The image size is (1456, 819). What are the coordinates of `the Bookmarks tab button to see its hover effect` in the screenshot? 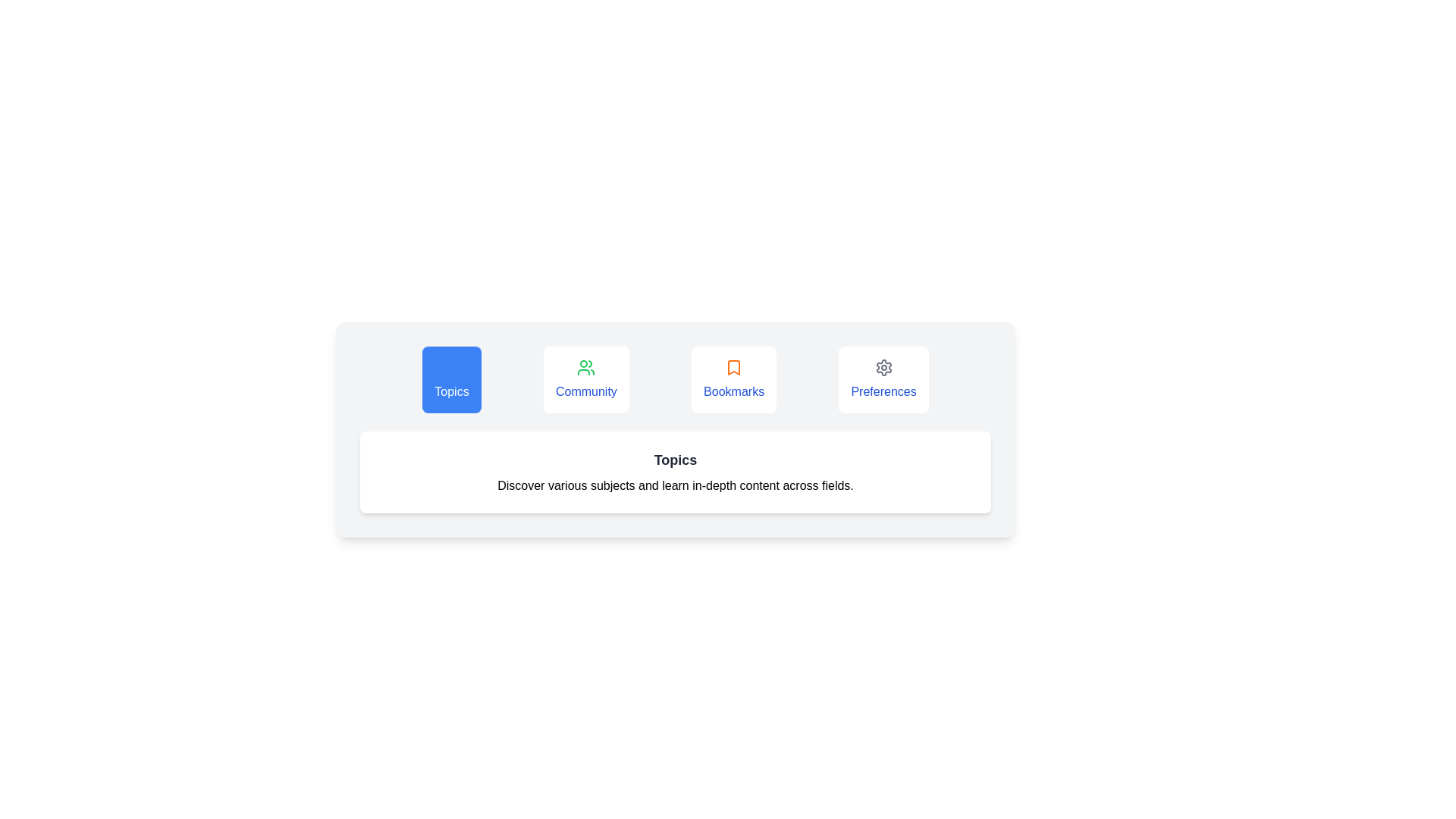 It's located at (734, 379).